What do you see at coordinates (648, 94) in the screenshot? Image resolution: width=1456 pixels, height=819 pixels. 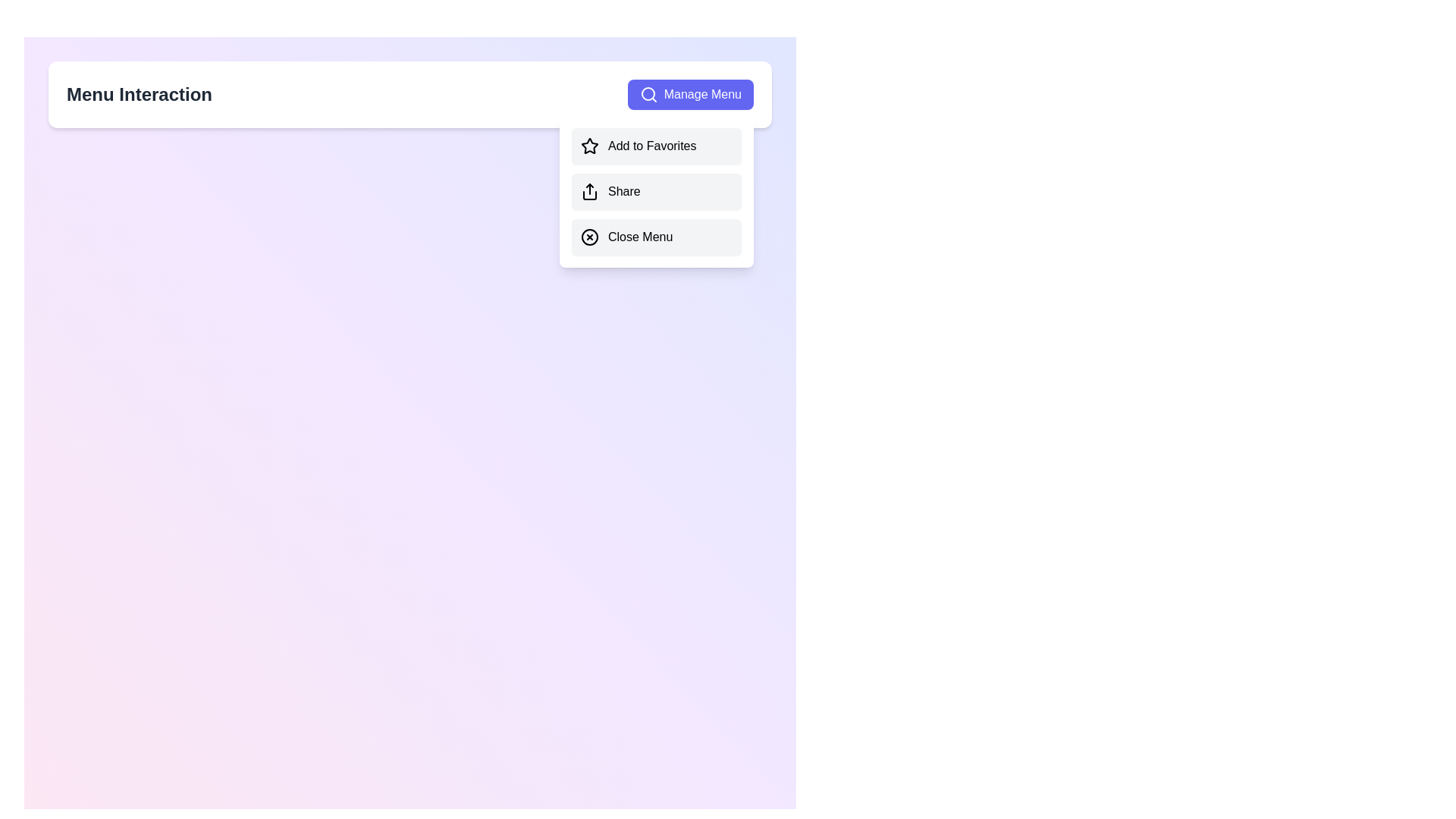 I see `the search icon located on the left side of the 'Manage Menu' button at the top right of the interface` at bounding box center [648, 94].